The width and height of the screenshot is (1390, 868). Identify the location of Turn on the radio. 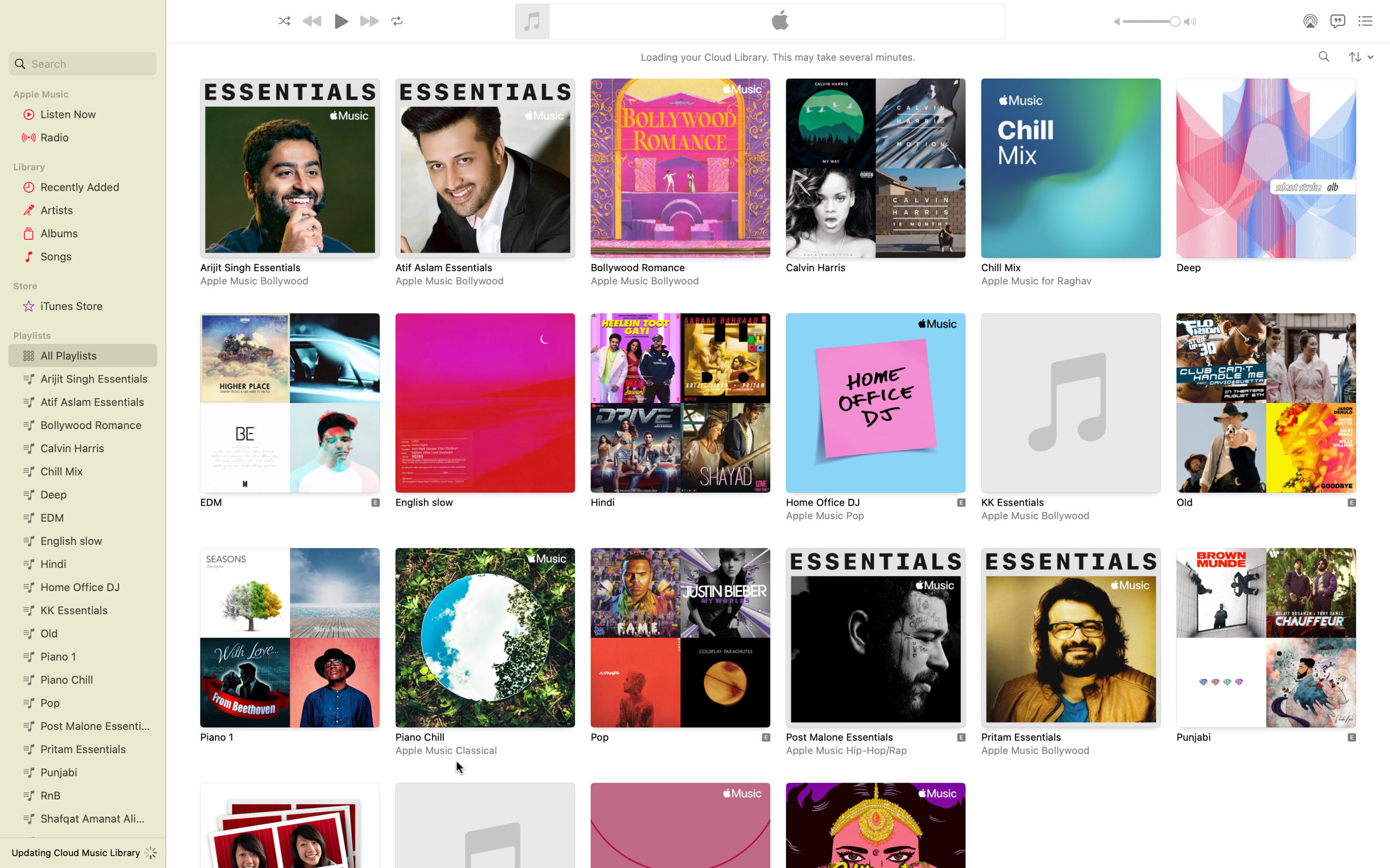
(82, 138).